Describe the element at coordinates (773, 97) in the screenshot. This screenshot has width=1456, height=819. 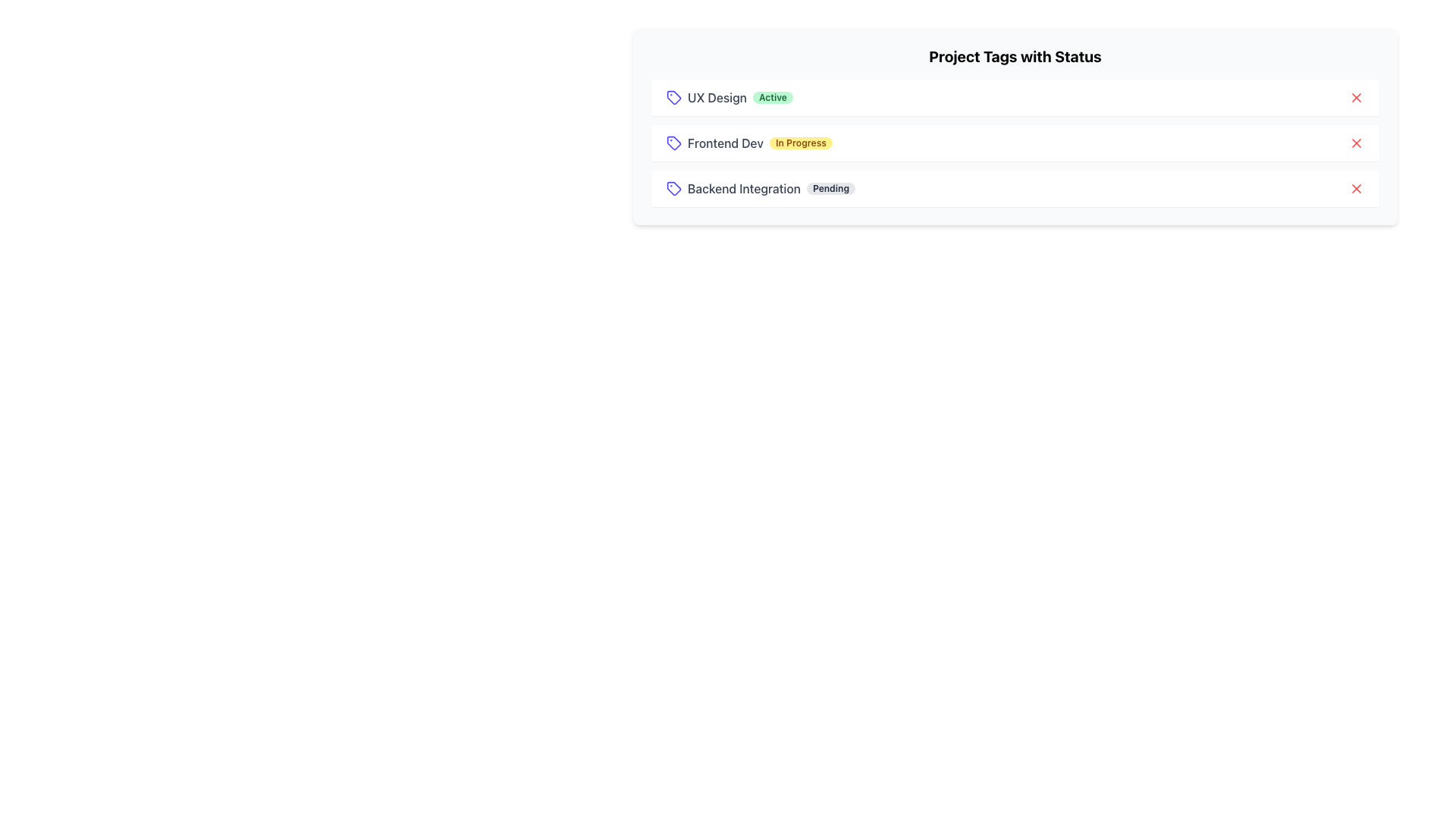
I see `the 'Active' badge with a light green background that indicates the status of the 'UX Design' project` at that location.